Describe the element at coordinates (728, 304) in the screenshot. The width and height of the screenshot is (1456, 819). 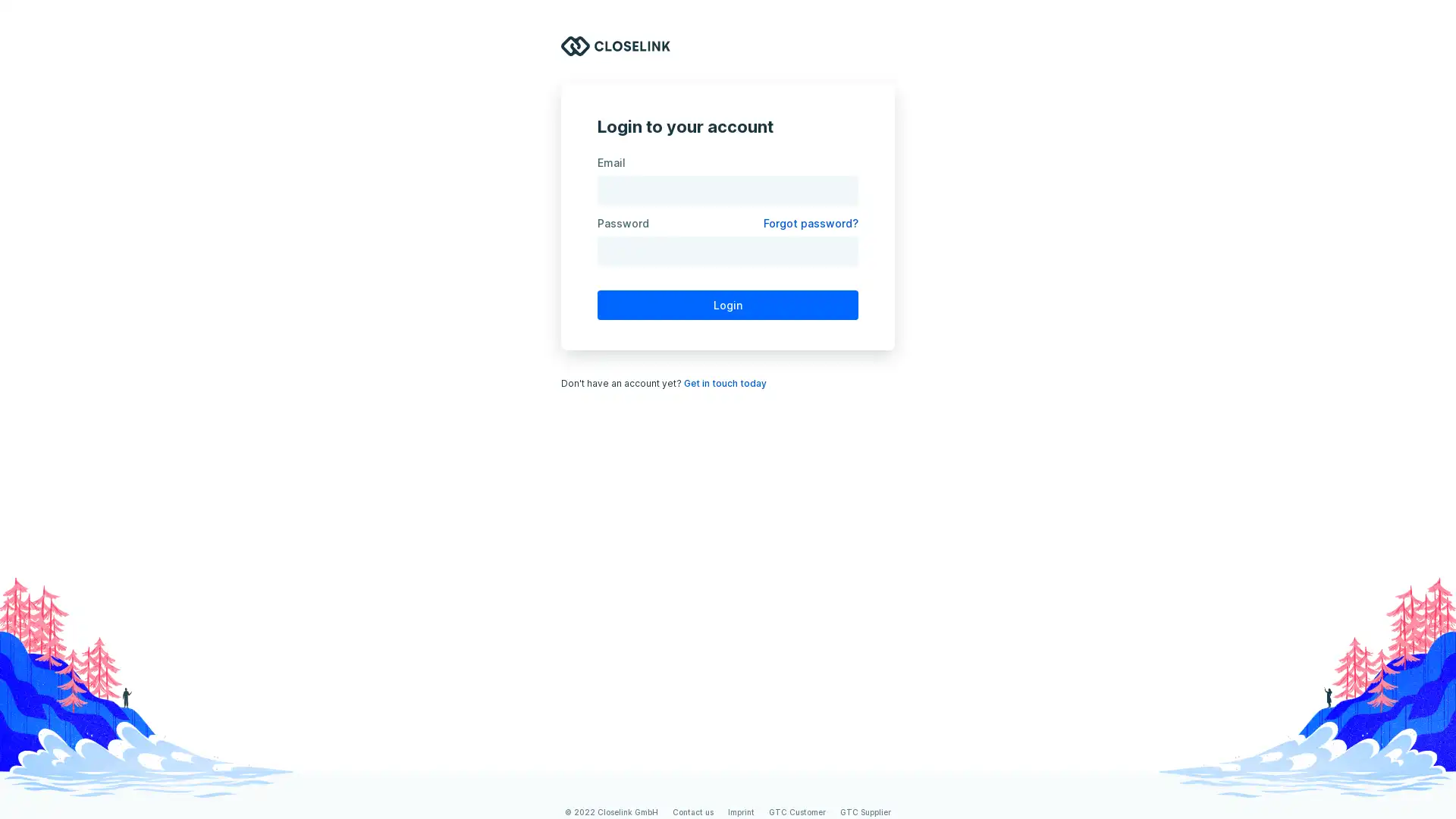
I see `Login` at that location.